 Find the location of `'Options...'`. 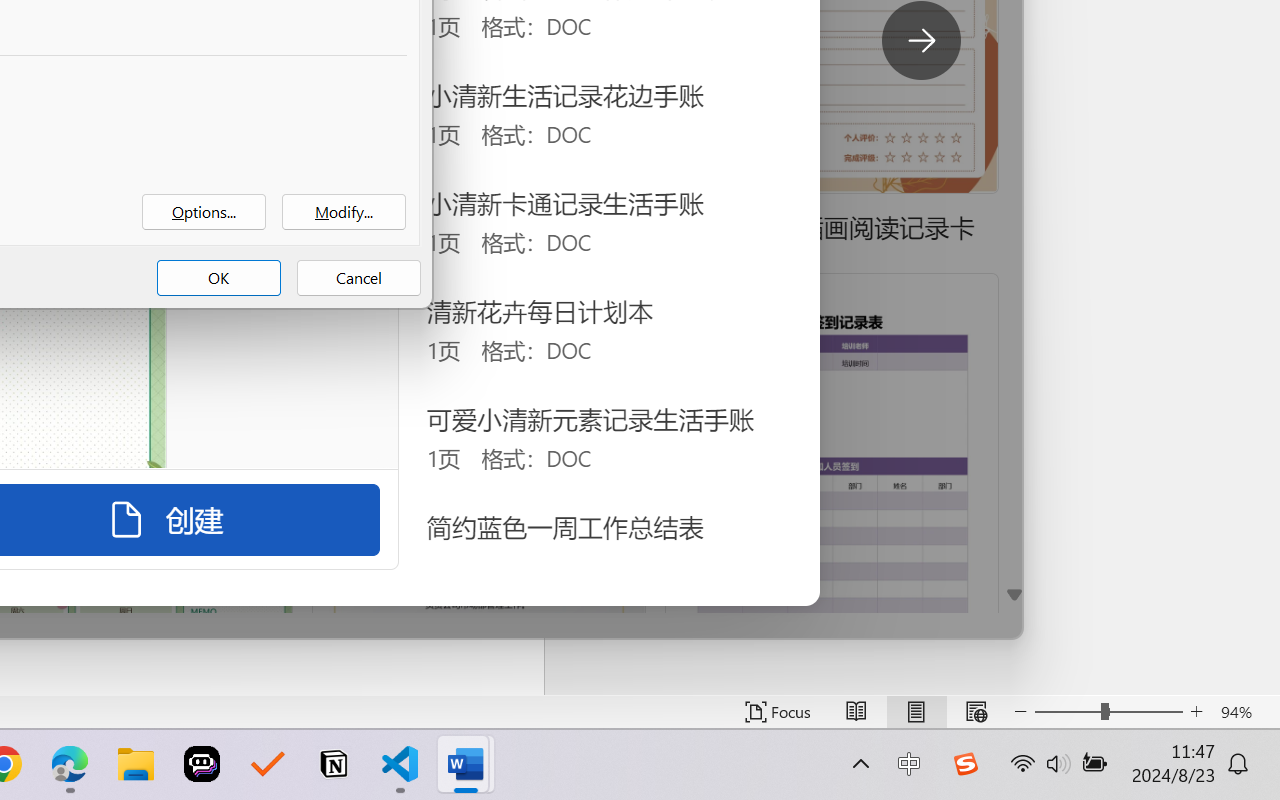

'Options...' is located at coordinates (204, 212).